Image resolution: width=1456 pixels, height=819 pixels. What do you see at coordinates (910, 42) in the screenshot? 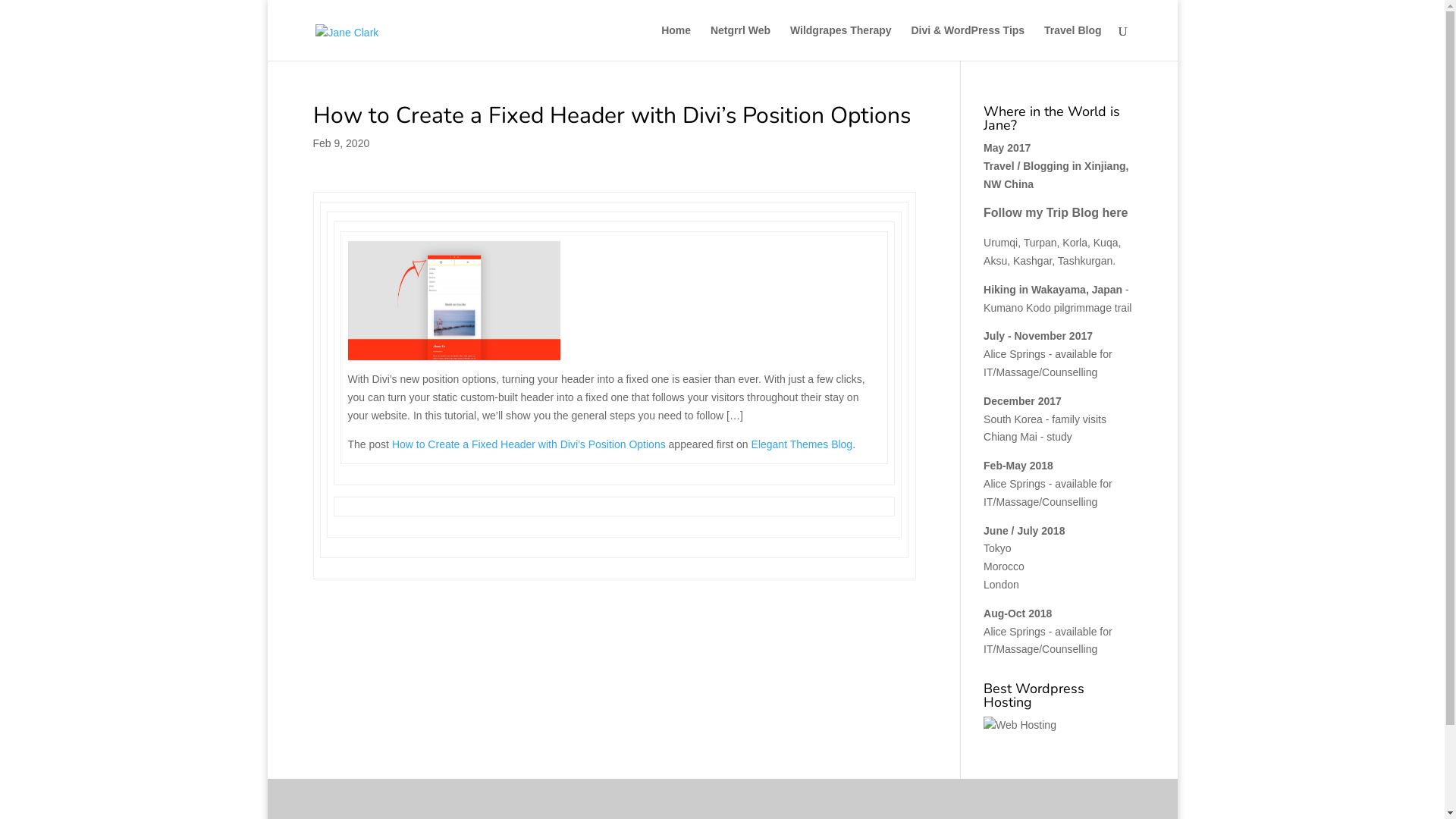
I see `'Divi & WordPress Tips'` at bounding box center [910, 42].